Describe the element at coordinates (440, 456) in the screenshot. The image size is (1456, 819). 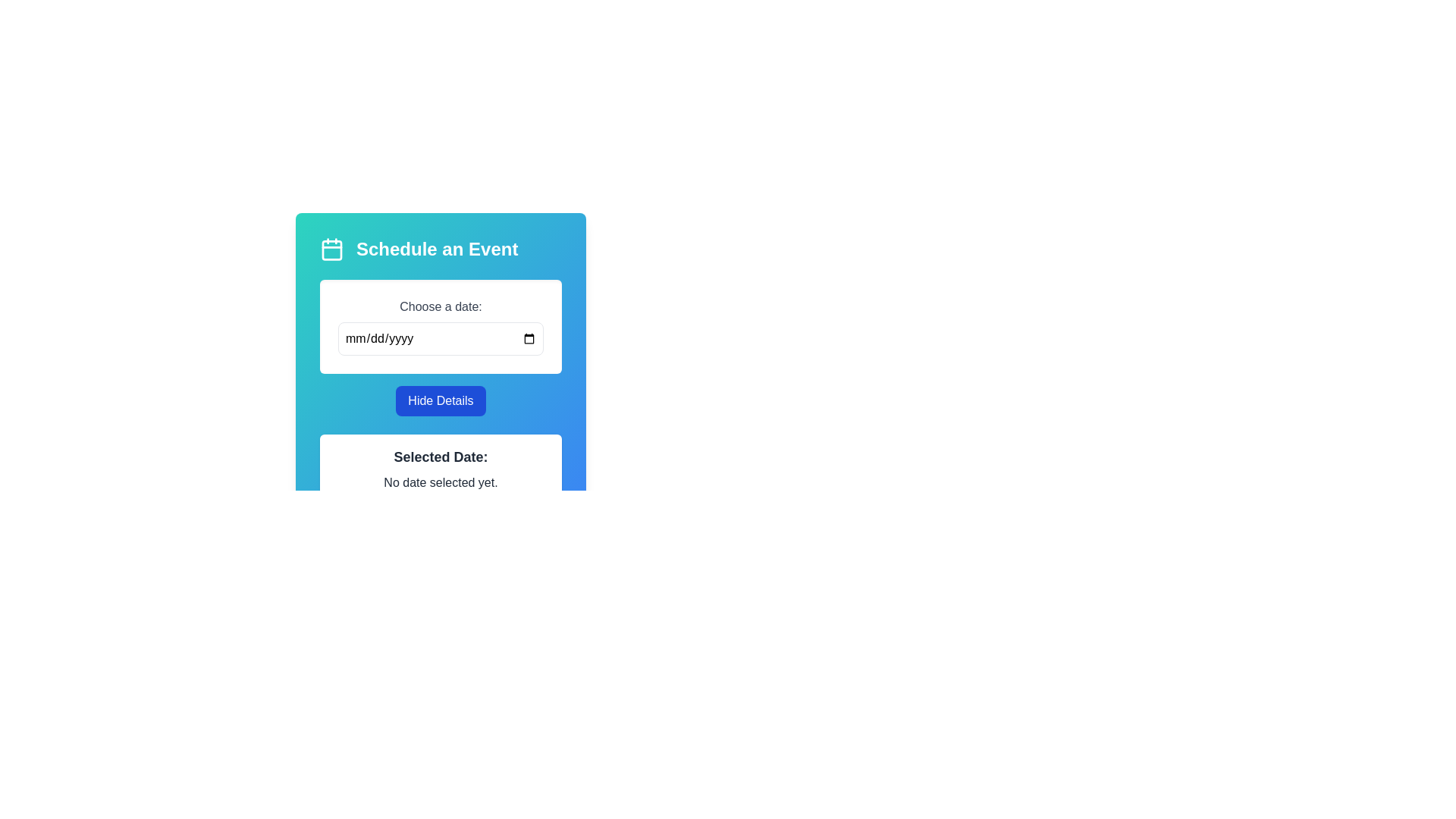
I see `the label text 'Selected Date:' which is styled in bold and located above the text 'No date selected yet.'` at that location.